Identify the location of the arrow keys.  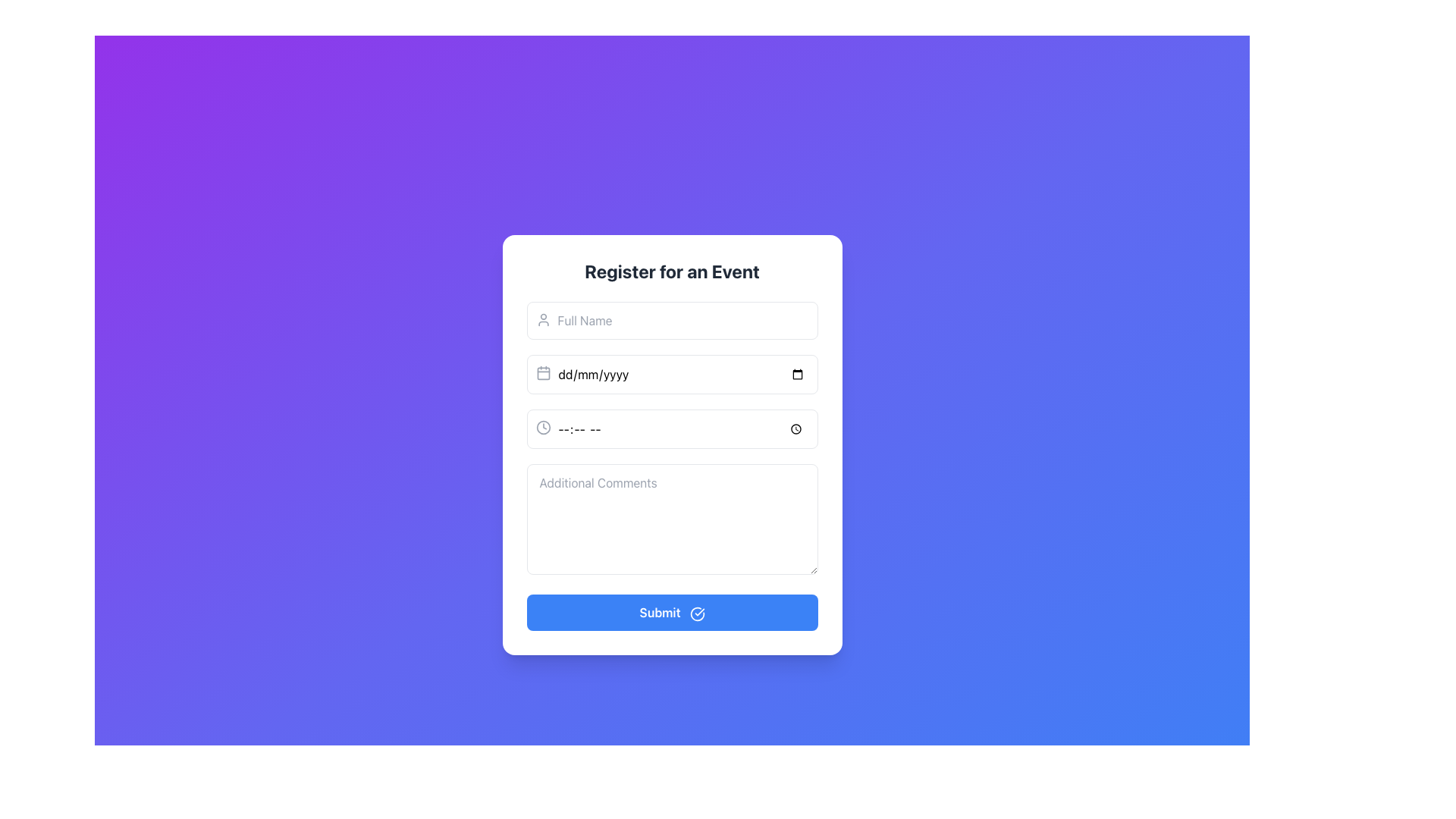
(671, 429).